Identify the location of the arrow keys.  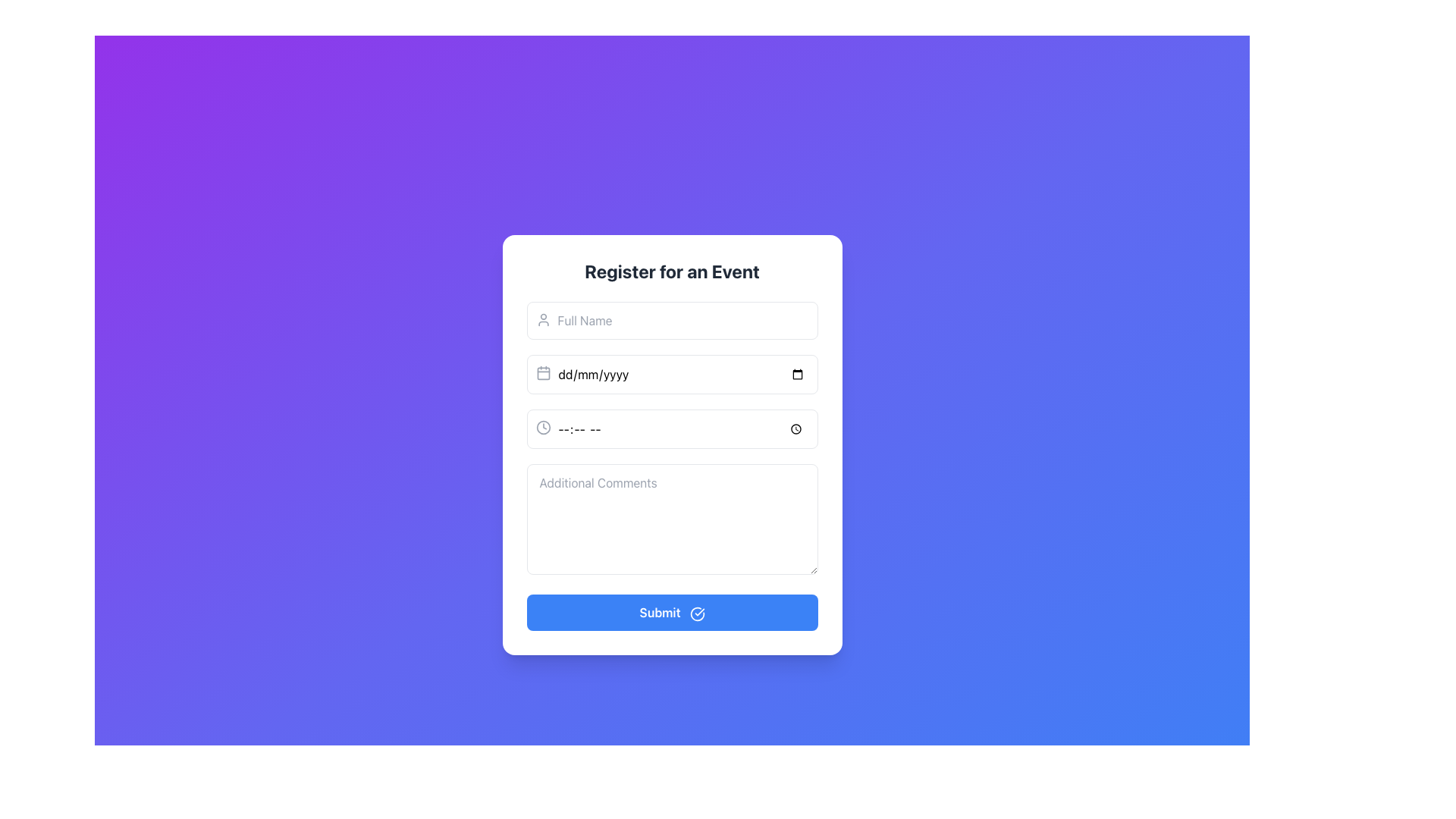
(671, 429).